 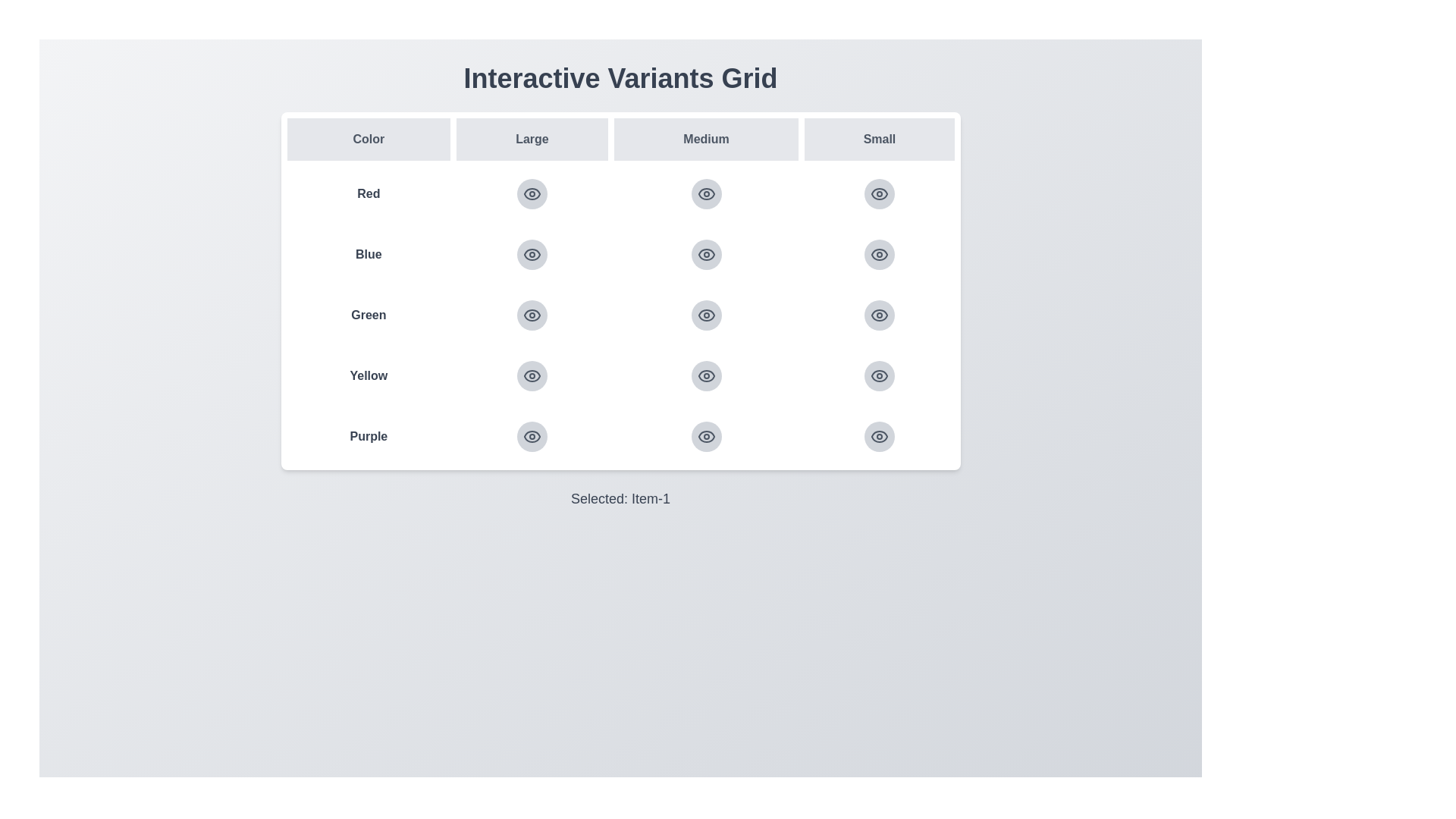 I want to click on the circular button representing the 'view' action for the 'Green' row in the 'Small' column, so click(x=880, y=315).